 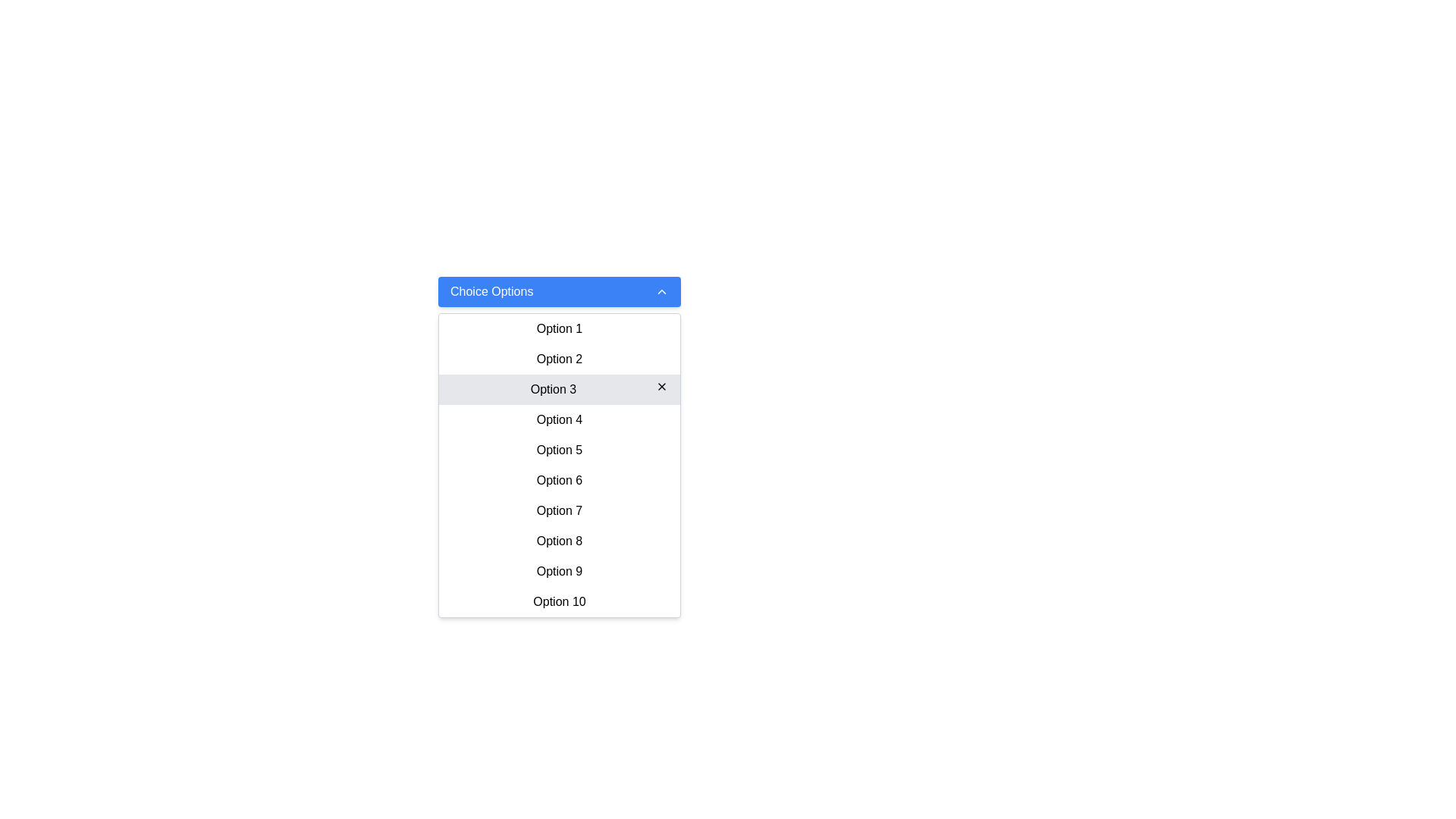 I want to click on the small square-shaped button with an upward-facing arrow icon located at the top-right corner of the blue bar labeled 'Choice Options', so click(x=662, y=292).